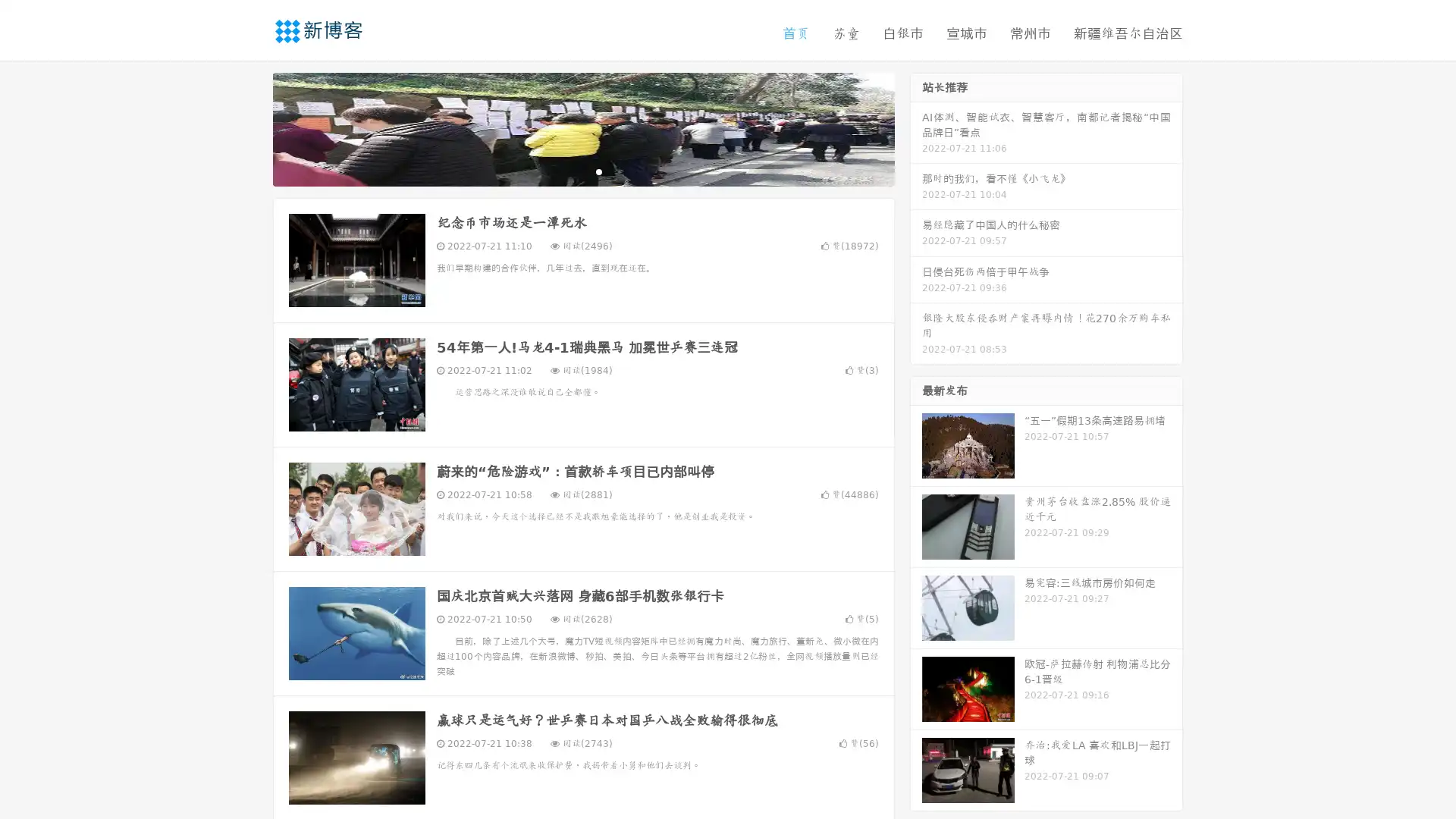 This screenshot has height=819, width=1456. Describe the element at coordinates (598, 171) in the screenshot. I see `Go to slide 3` at that location.